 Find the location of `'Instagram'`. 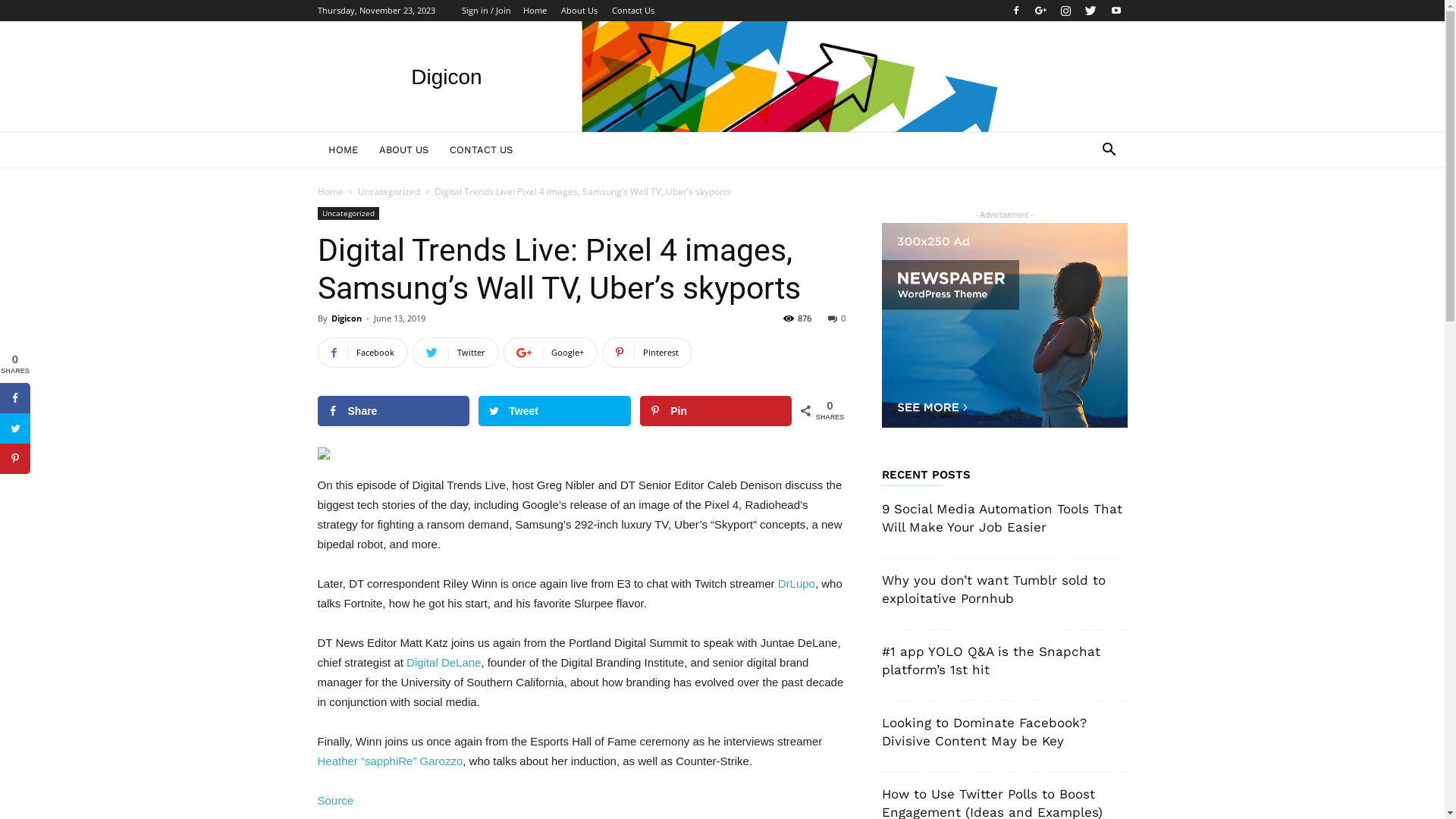

'Instagram' is located at coordinates (1065, 11).